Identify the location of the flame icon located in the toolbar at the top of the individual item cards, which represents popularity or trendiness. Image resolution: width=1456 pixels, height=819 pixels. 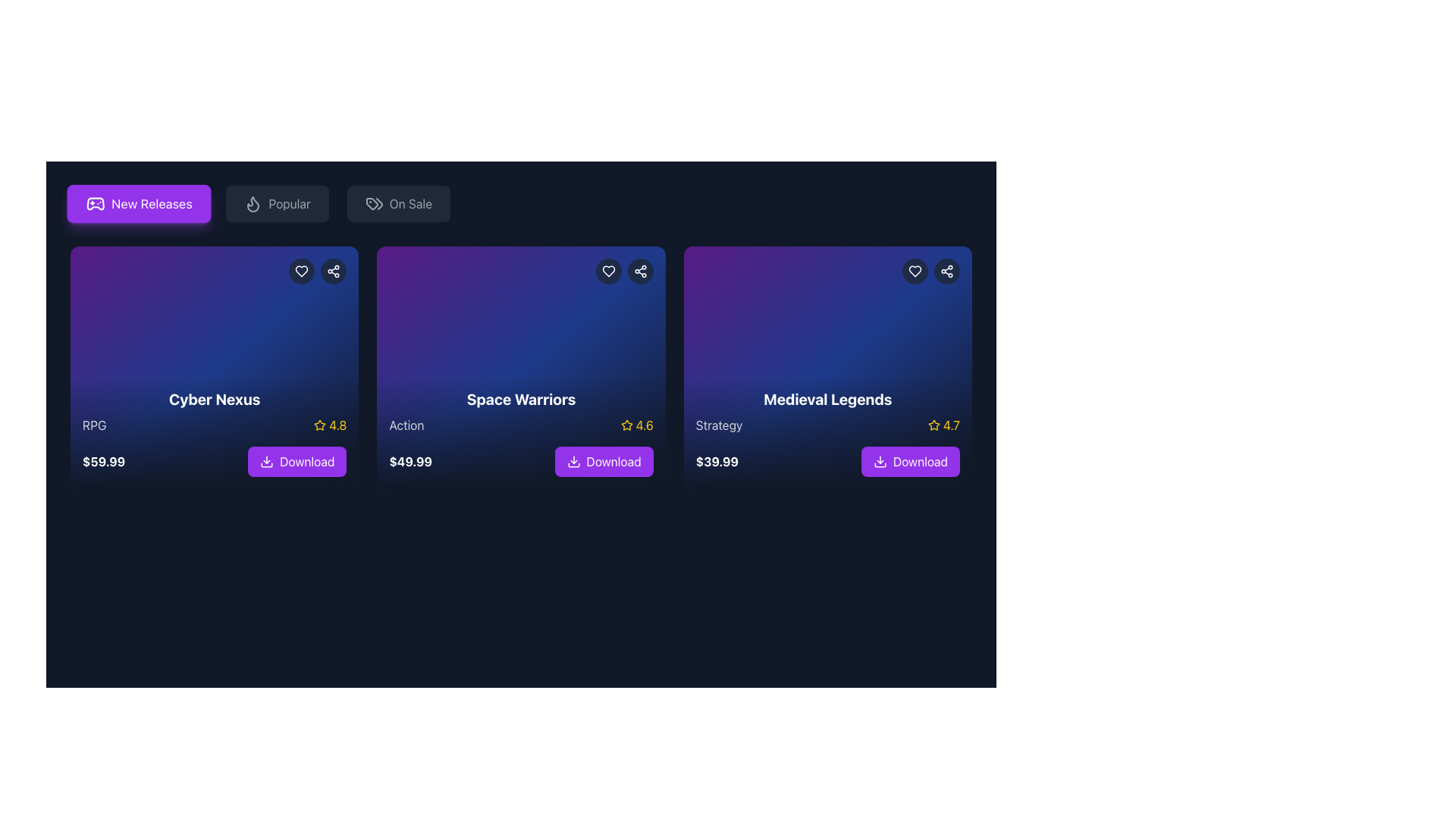
(253, 203).